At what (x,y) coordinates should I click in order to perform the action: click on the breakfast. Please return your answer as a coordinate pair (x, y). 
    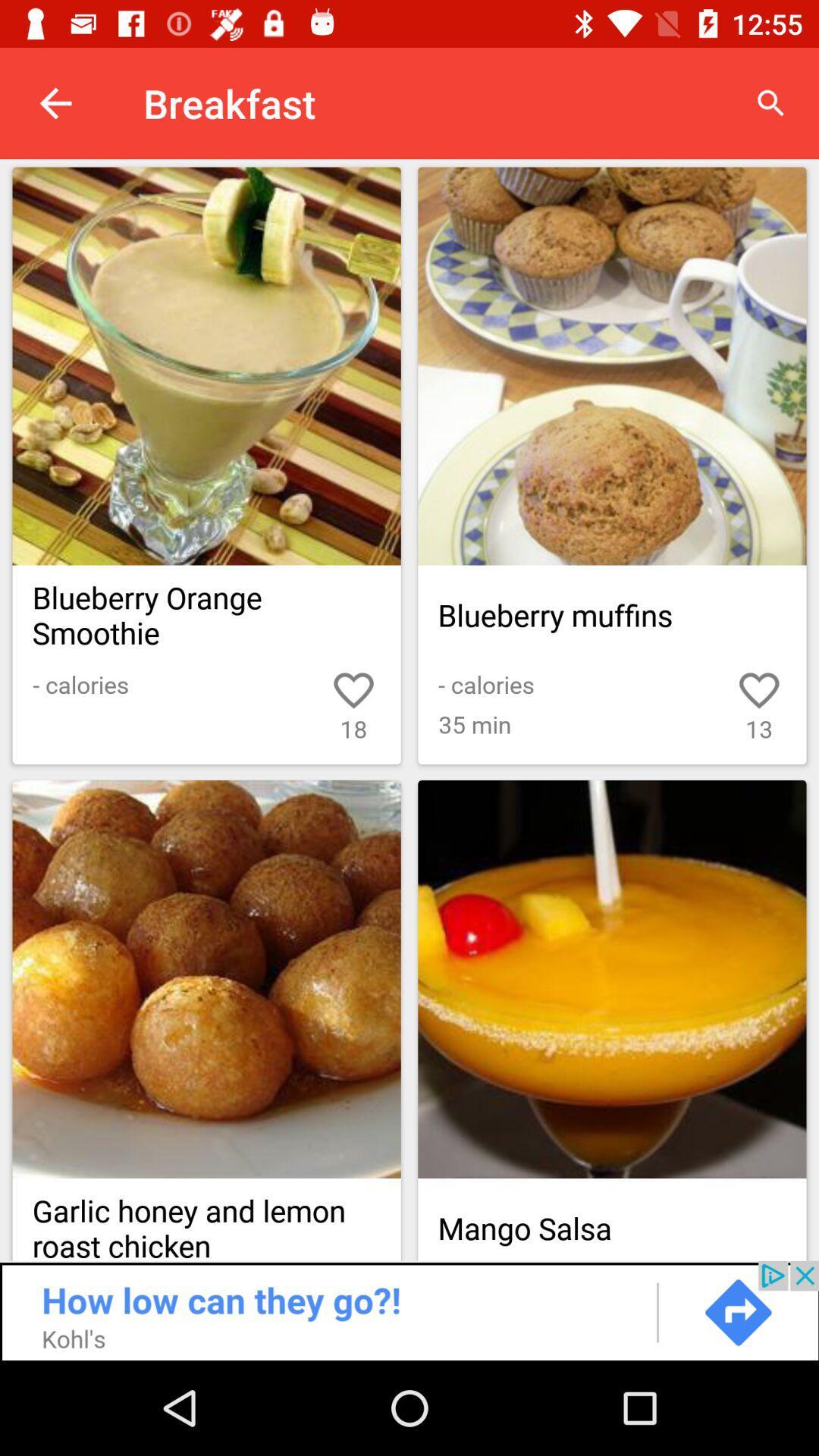
    Looking at the image, I should click on (611, 366).